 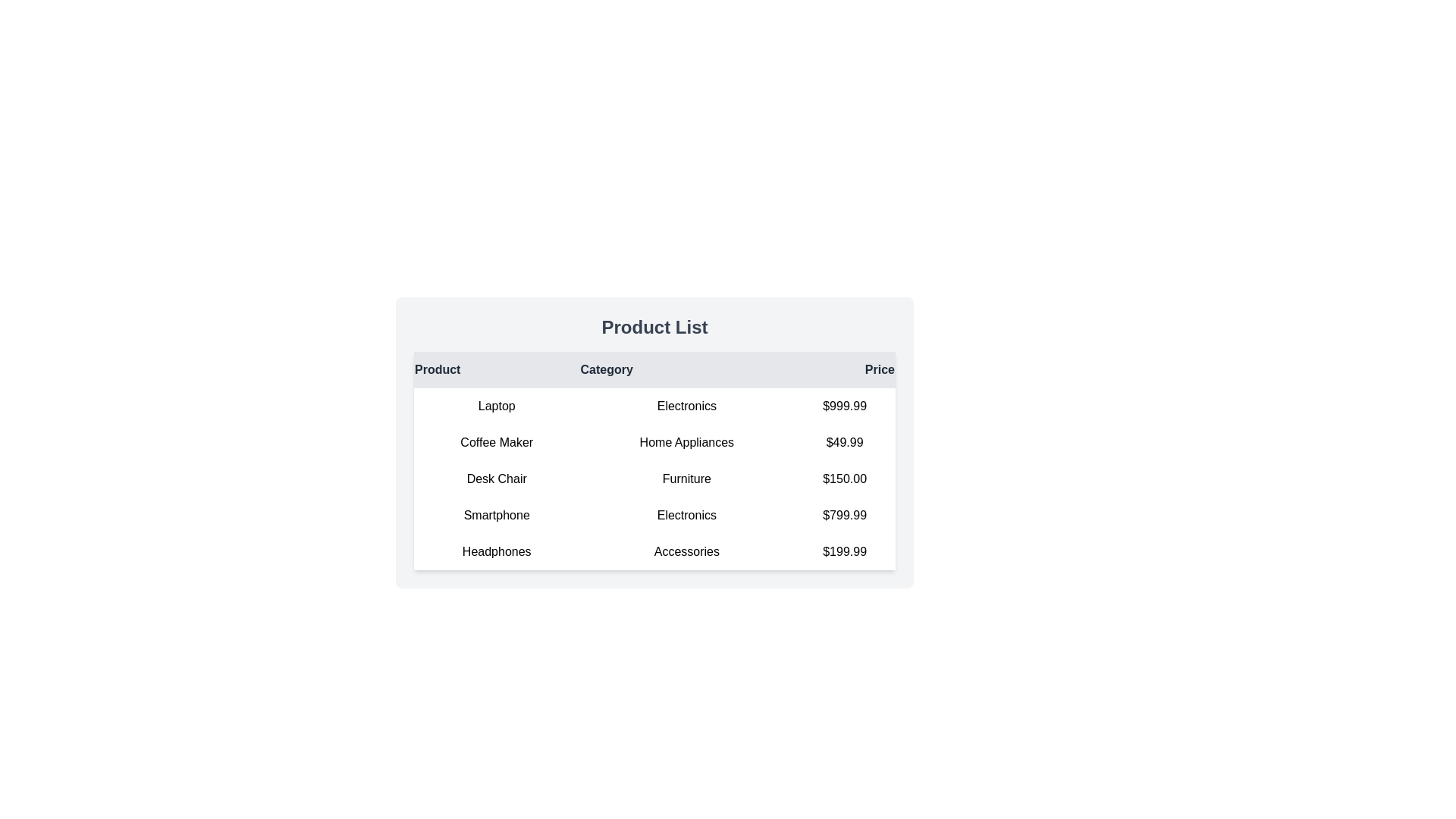 What do you see at coordinates (686, 442) in the screenshot?
I see `the 'Coffee Maker' category text display element located in the second row of the table under the 'Category' column, which is the second element between 'Coffee Maker' on the left and '$49.99' on the right` at bounding box center [686, 442].